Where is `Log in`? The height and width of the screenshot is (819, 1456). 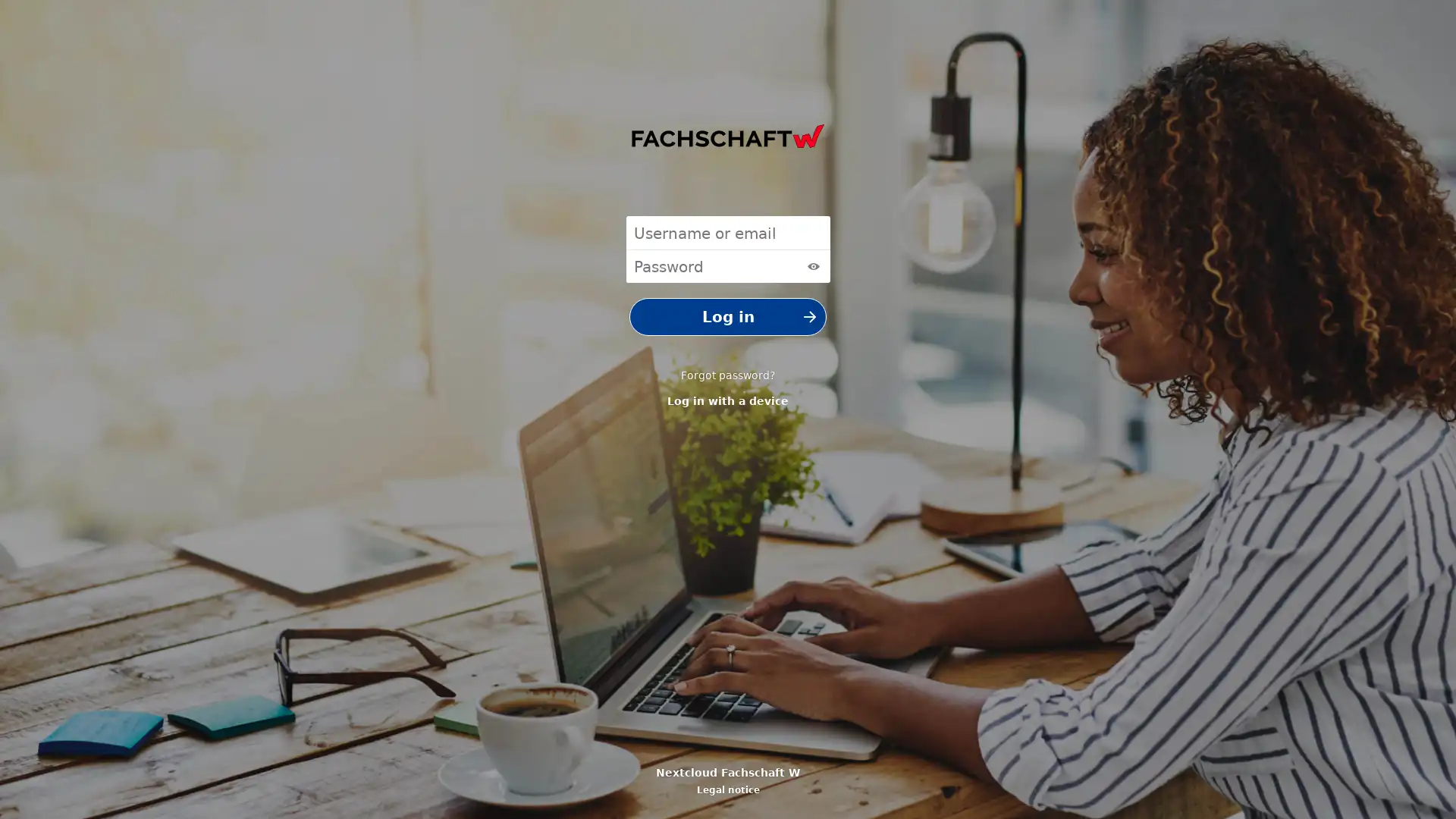 Log in is located at coordinates (728, 315).